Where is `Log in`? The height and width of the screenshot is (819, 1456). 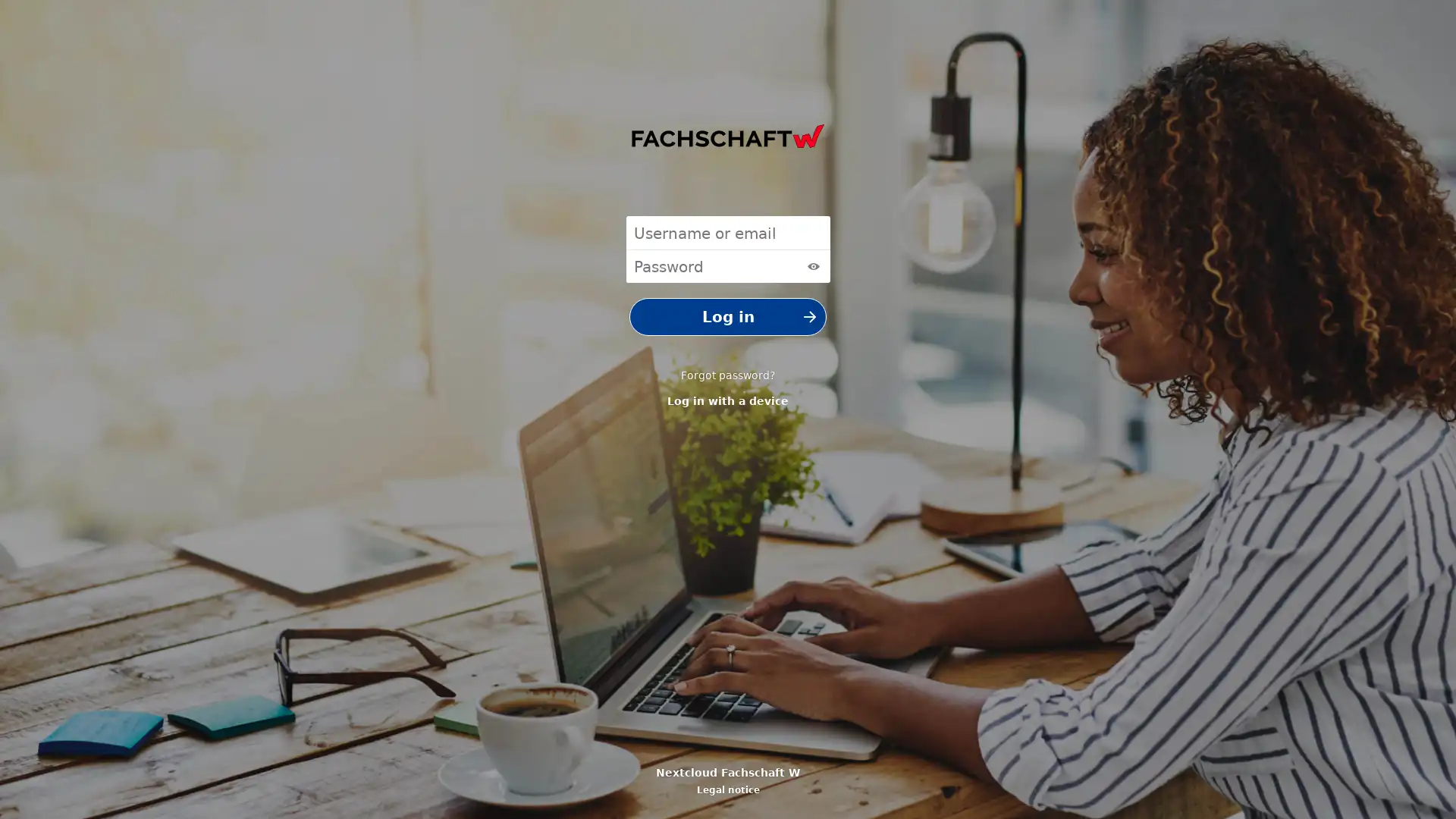 Log in is located at coordinates (728, 315).